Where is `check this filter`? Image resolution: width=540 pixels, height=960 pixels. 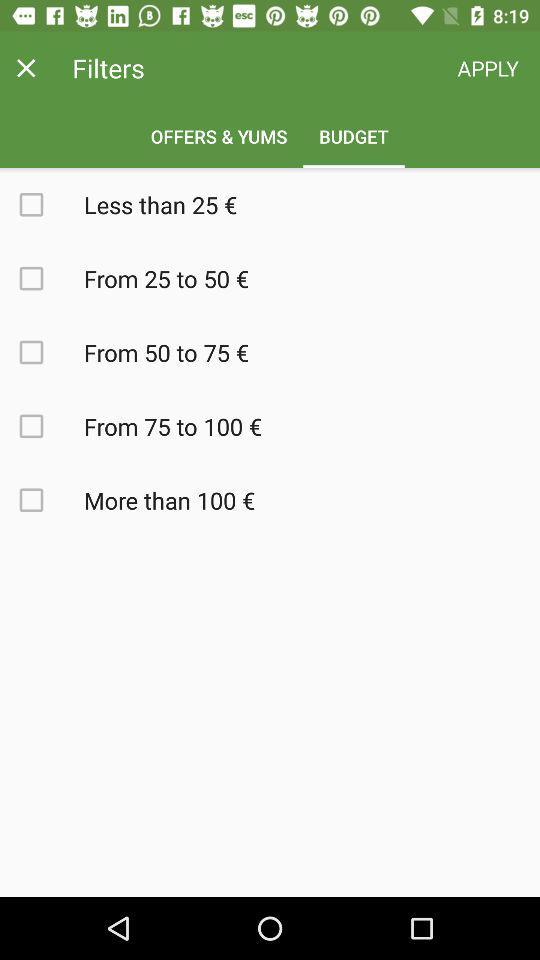 check this filter is located at coordinates (42, 499).